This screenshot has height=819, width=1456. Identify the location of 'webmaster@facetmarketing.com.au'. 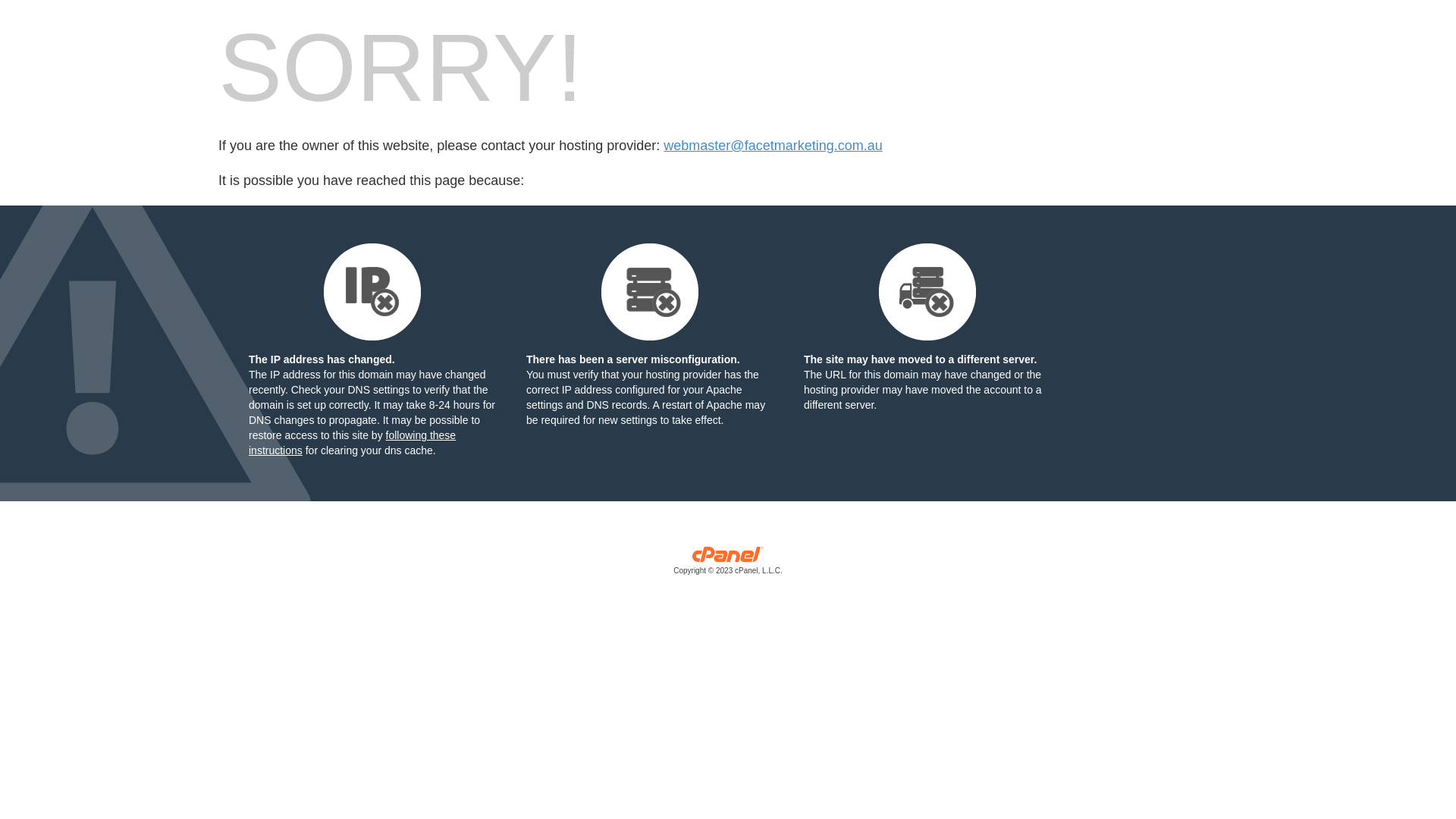
(772, 146).